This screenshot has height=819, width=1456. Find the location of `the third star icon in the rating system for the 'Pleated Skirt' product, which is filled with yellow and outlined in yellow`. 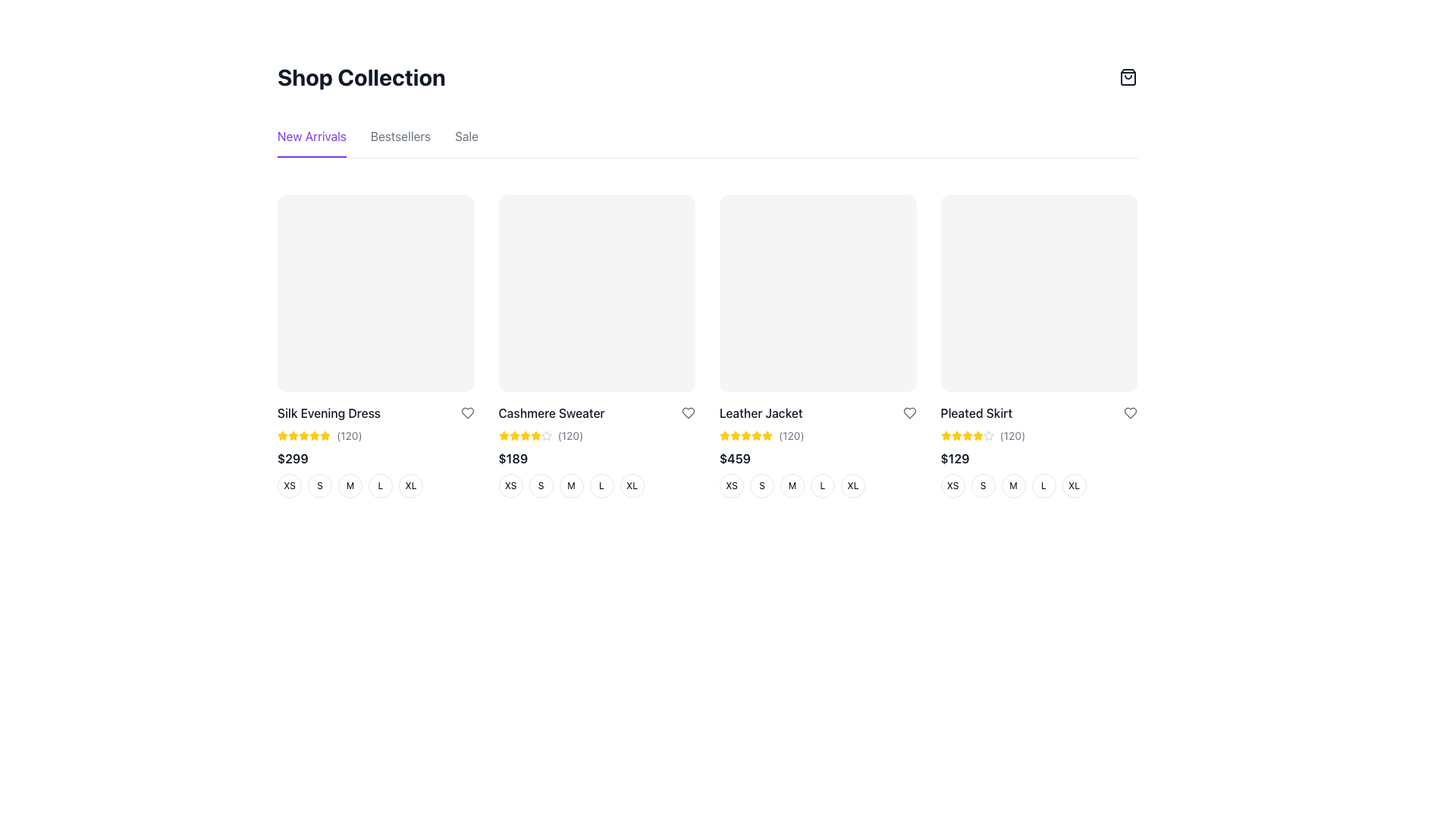

the third star icon in the rating system for the 'Pleated Skirt' product, which is filled with yellow and outlined in yellow is located at coordinates (955, 435).